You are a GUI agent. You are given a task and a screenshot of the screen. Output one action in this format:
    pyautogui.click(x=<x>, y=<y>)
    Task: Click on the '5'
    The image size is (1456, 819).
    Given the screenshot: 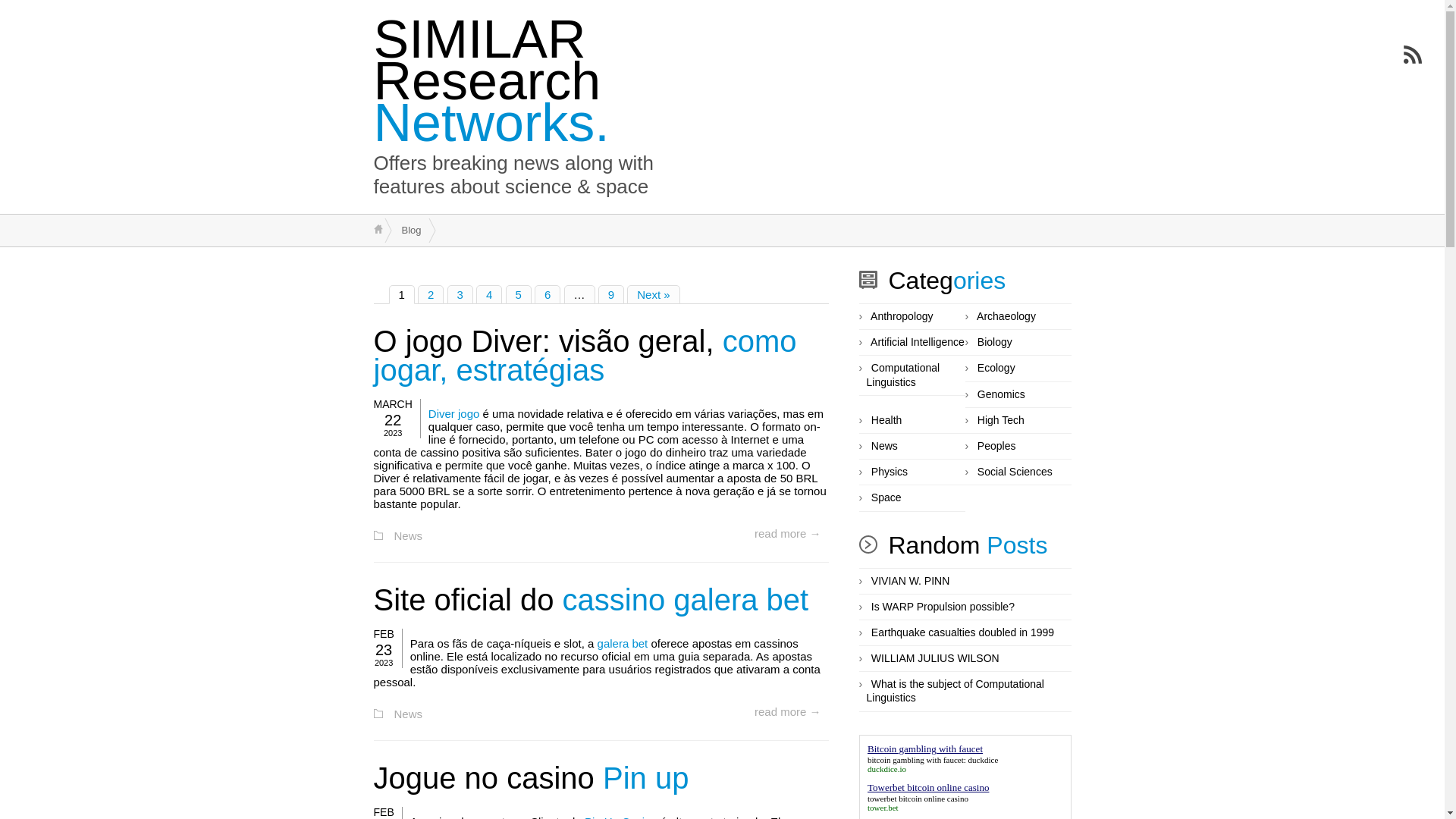 What is the action you would take?
    pyautogui.click(x=519, y=294)
    